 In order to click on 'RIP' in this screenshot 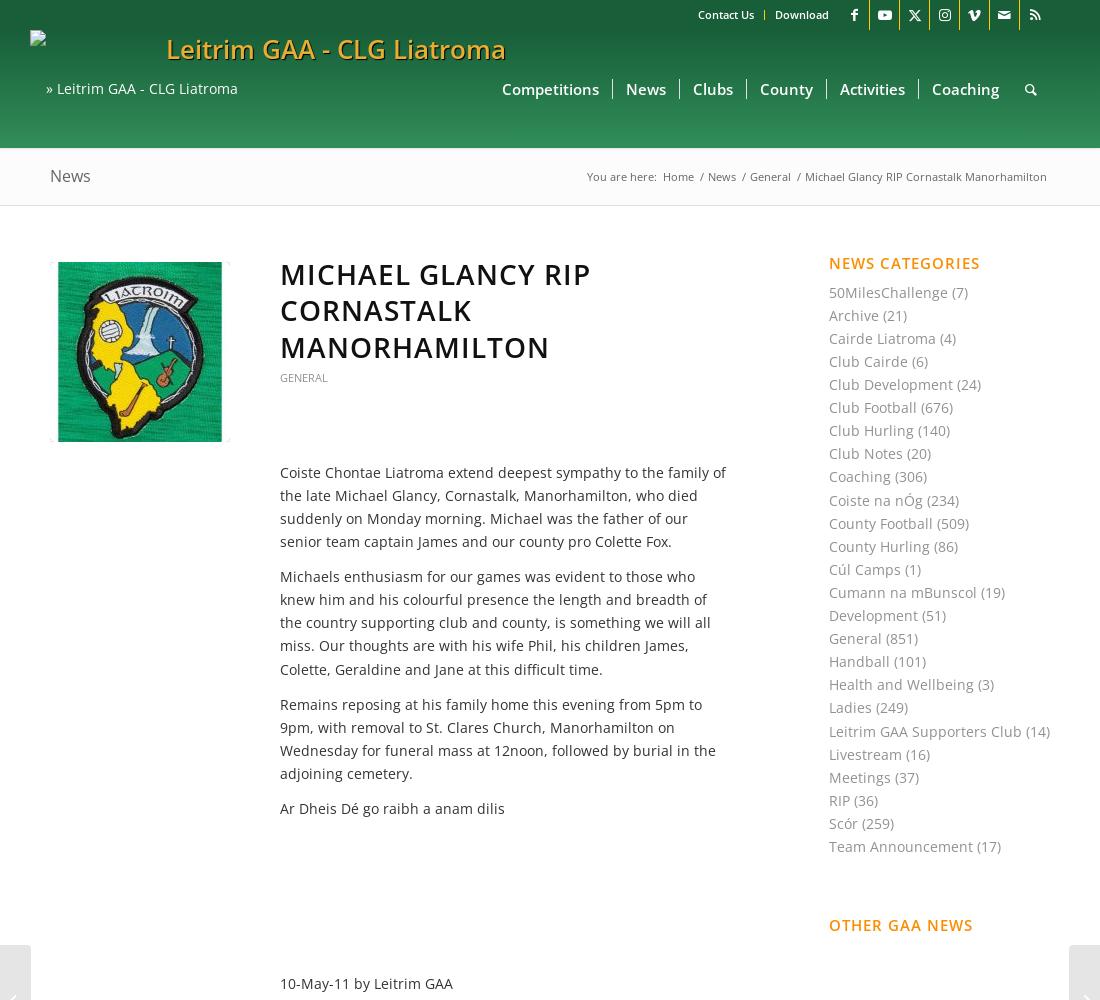, I will do `click(838, 799)`.